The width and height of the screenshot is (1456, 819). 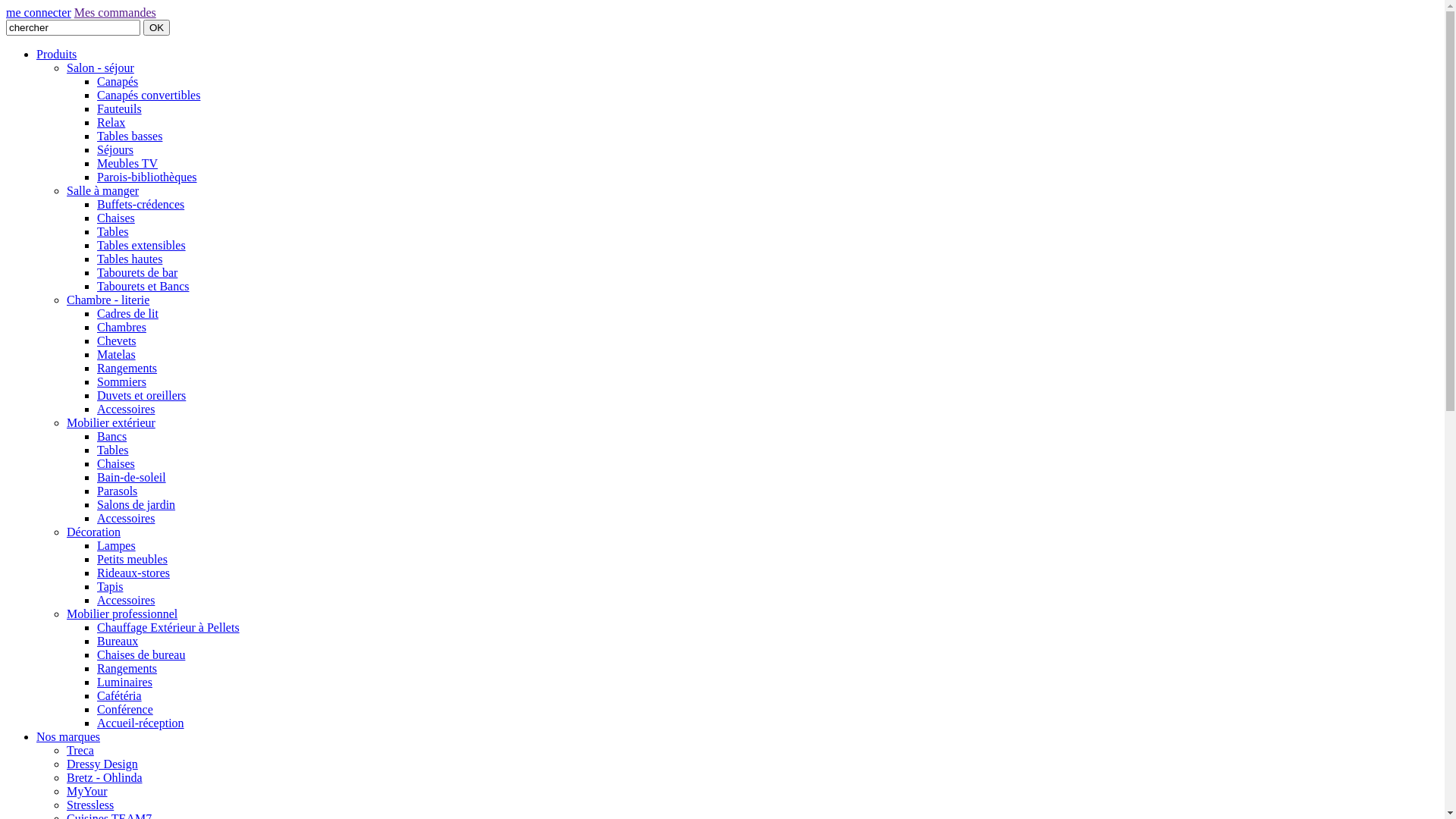 I want to click on 'Matelas', so click(x=96, y=354).